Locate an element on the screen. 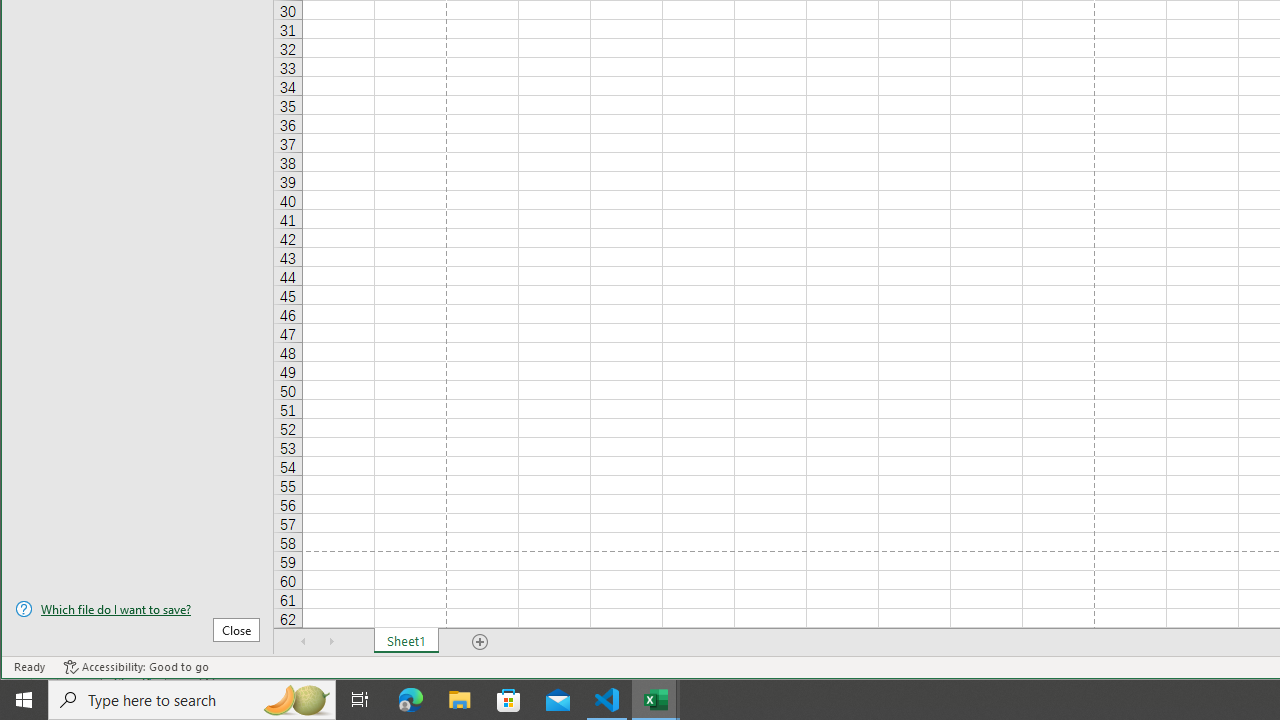 The width and height of the screenshot is (1280, 720). 'Search highlights icon opens search home window' is located at coordinates (294, 698).